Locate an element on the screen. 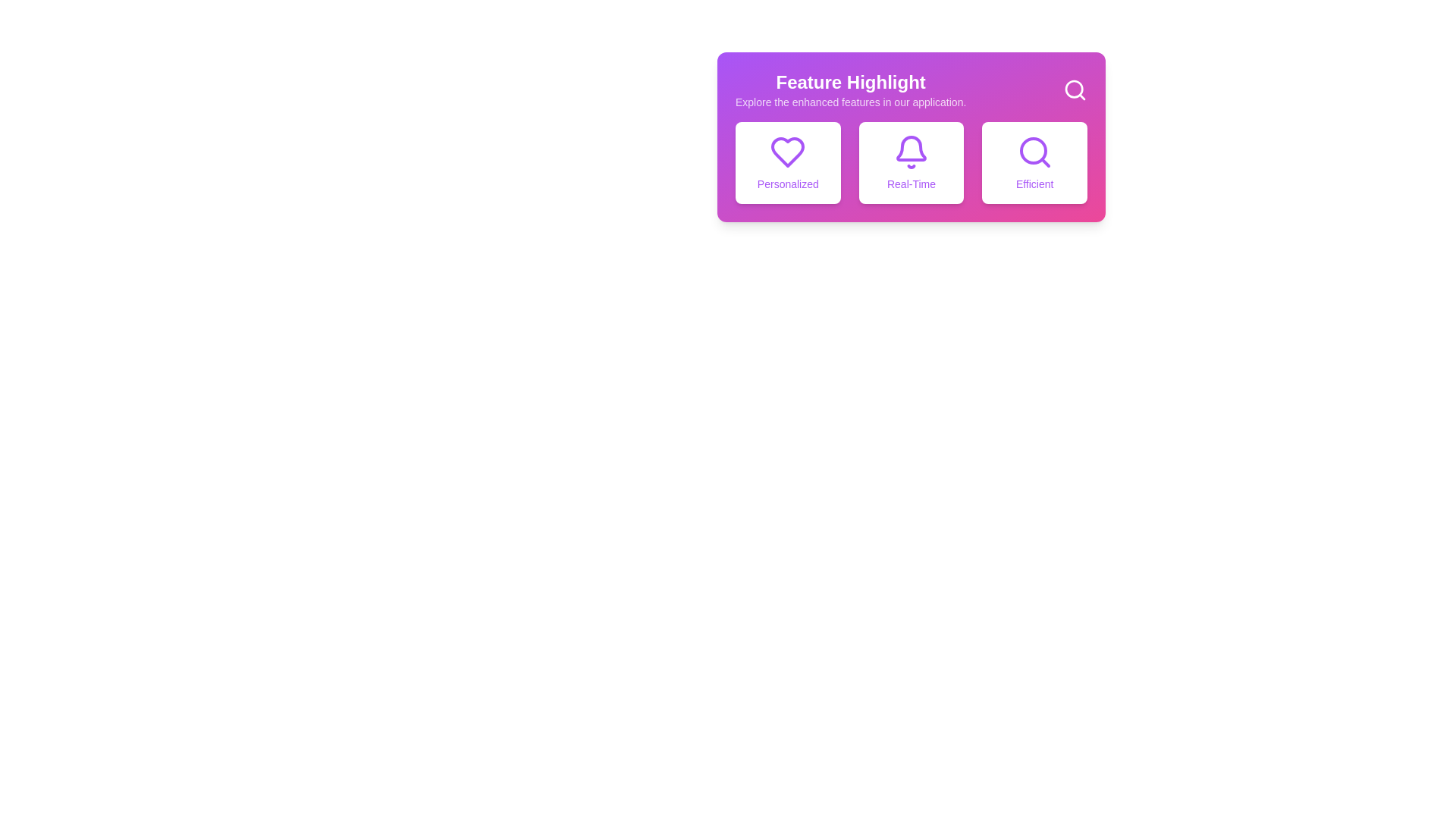 The image size is (1456, 819). the contents of the 'Real-Time' feature card, which is positioned in the middle column of the grid layout between the 'Personalized' and 'Efficient' cards is located at coordinates (910, 163).